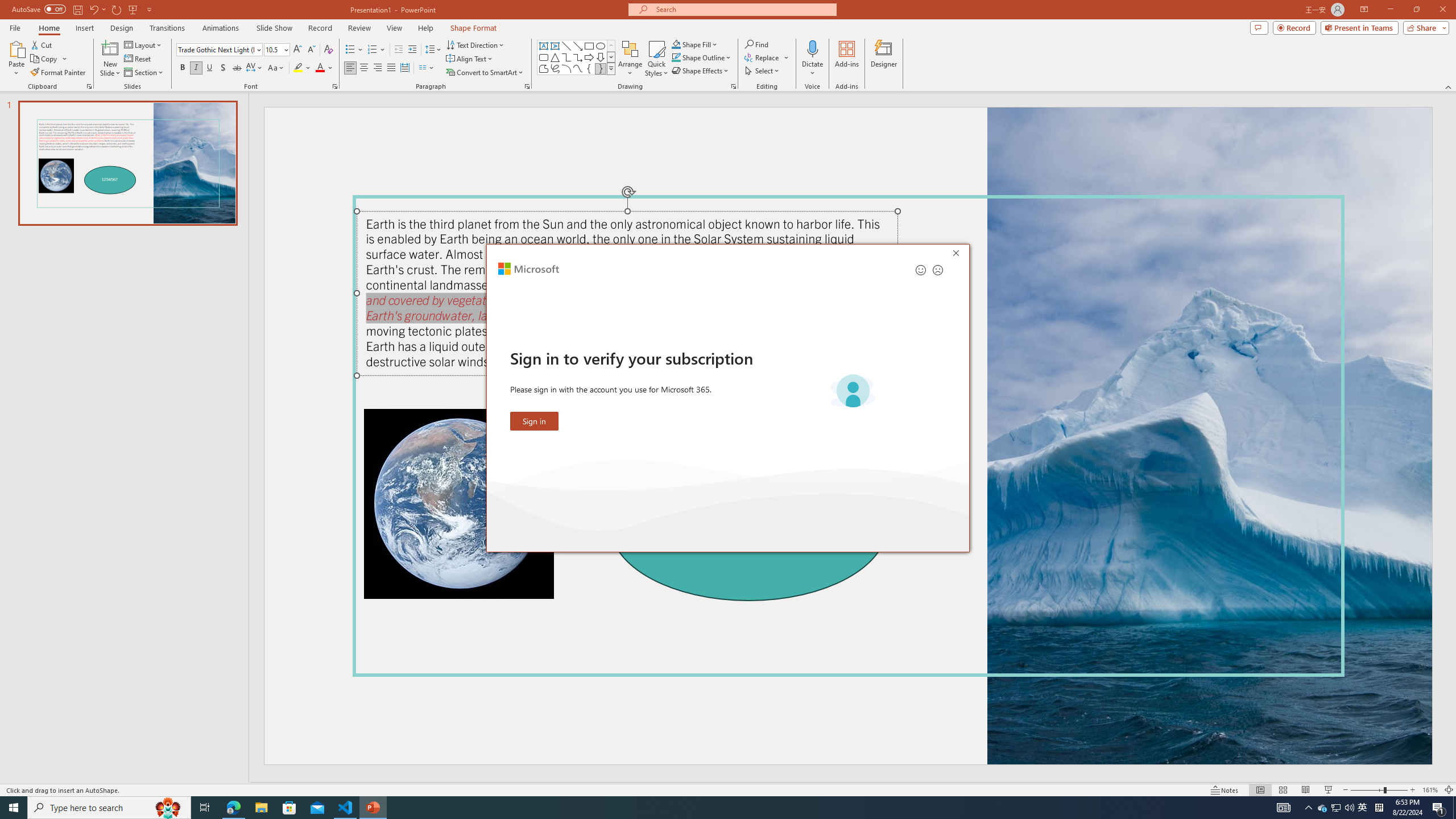  Describe the element at coordinates (543, 56) in the screenshot. I see `'Rectangle: Rounded Corners'` at that location.